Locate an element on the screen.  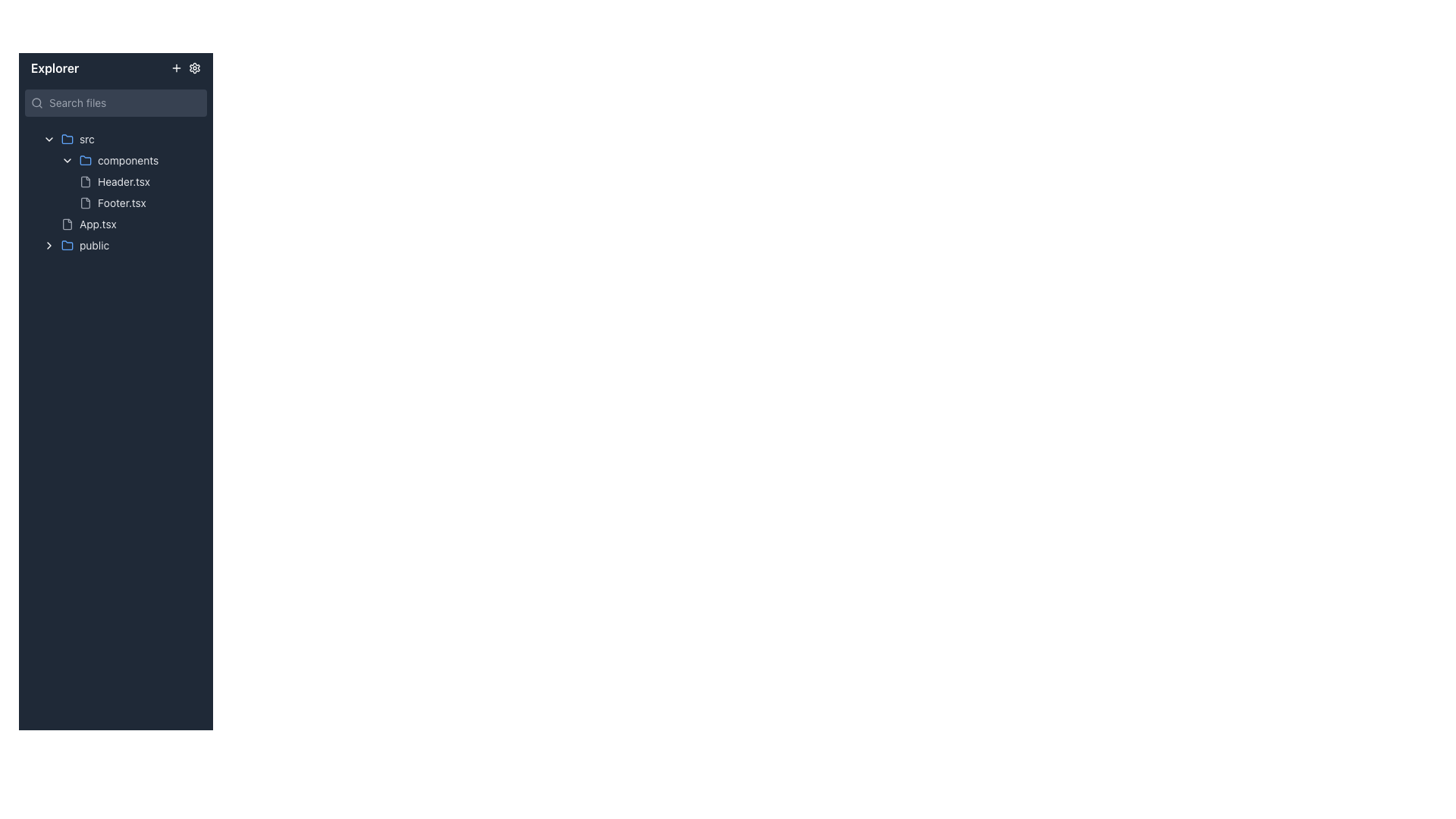
the topmost folder entry row labeled 'src' in the navigation panel is located at coordinates (122, 140).